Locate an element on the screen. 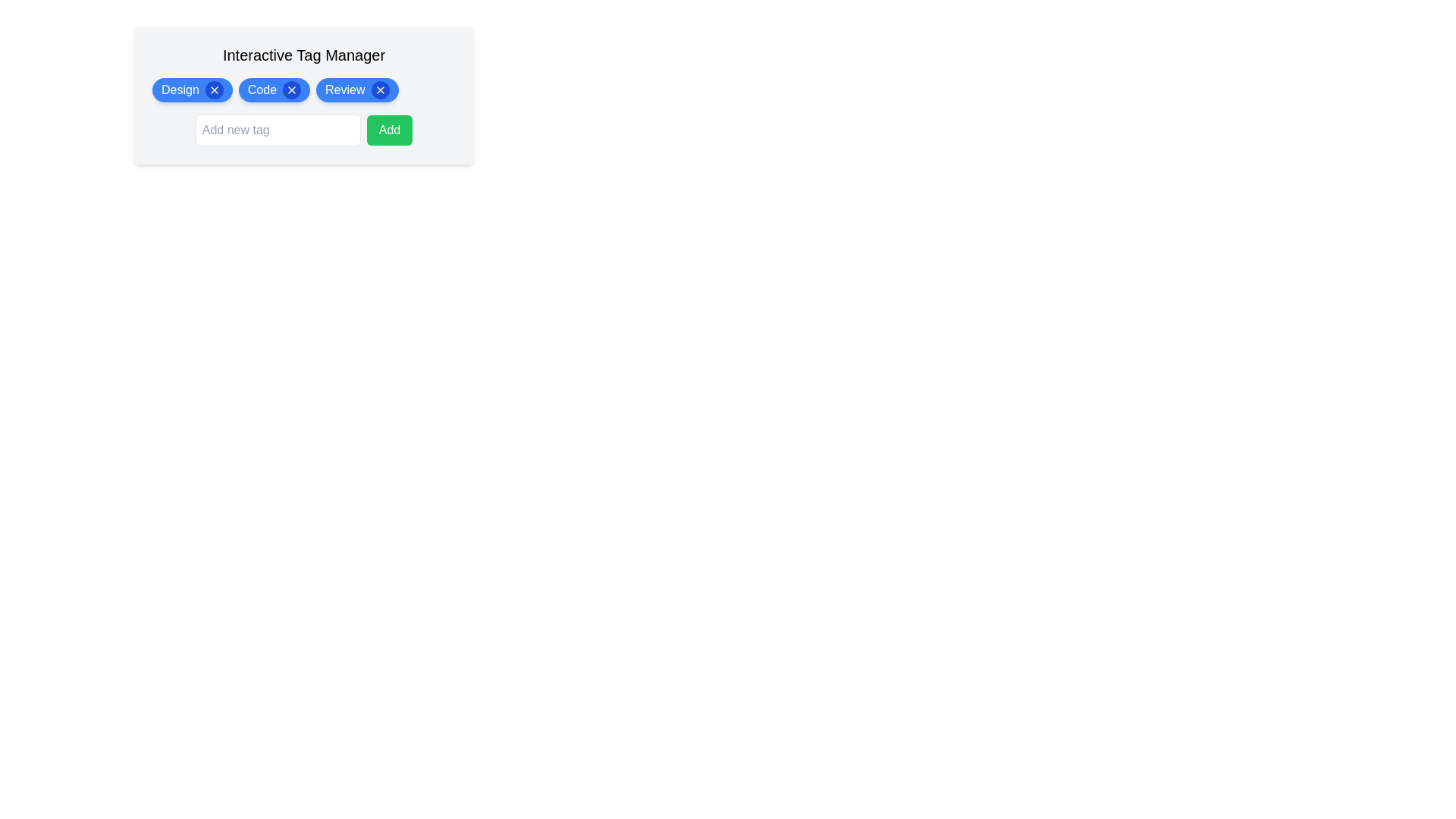 This screenshot has width=1456, height=819. the blue rounded button with an icon is located at coordinates (292, 90).